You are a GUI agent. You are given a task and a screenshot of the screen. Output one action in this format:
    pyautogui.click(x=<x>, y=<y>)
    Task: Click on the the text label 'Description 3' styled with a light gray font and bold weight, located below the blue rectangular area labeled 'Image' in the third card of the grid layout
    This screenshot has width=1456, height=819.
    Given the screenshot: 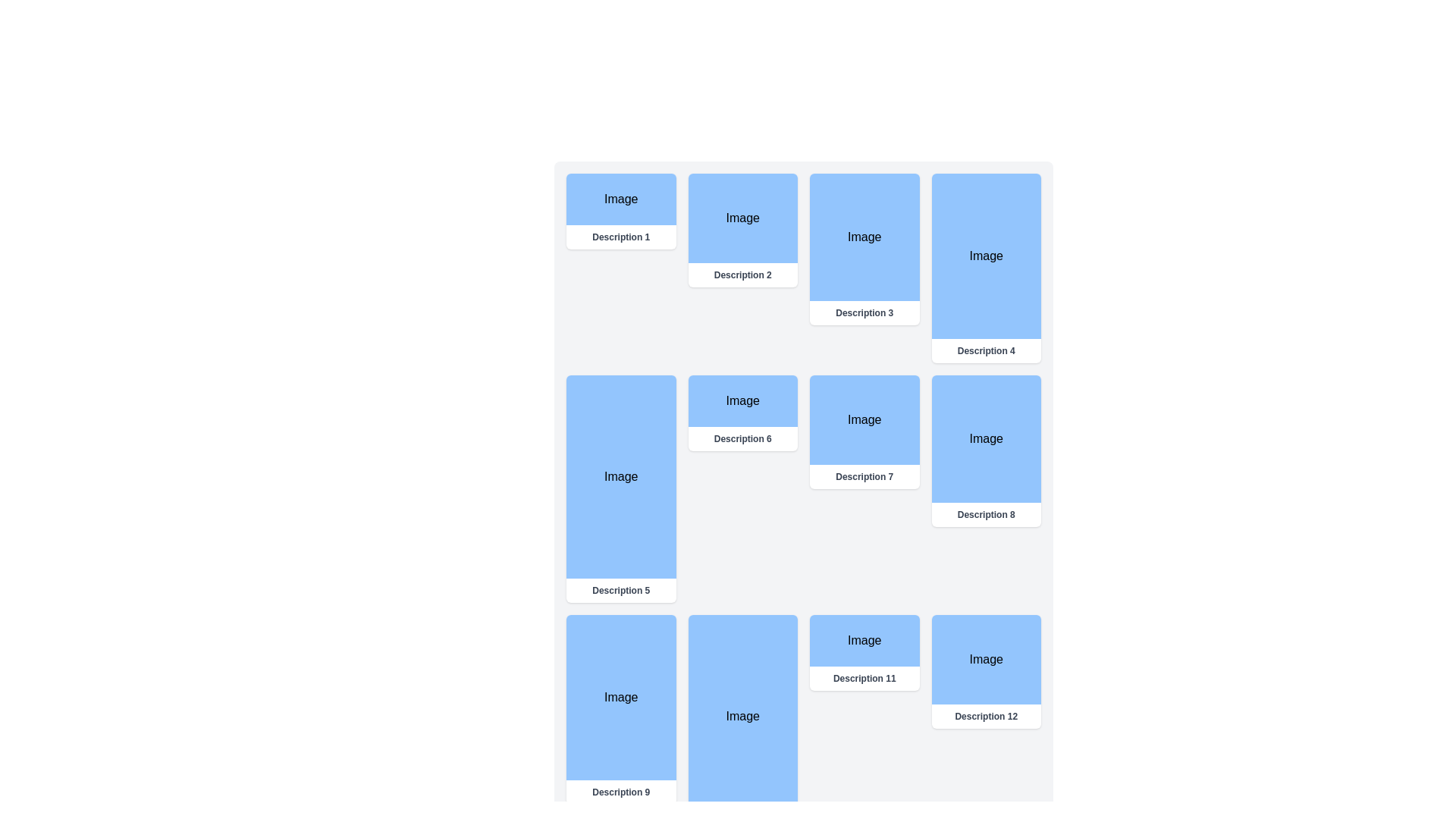 What is the action you would take?
    pyautogui.click(x=864, y=312)
    